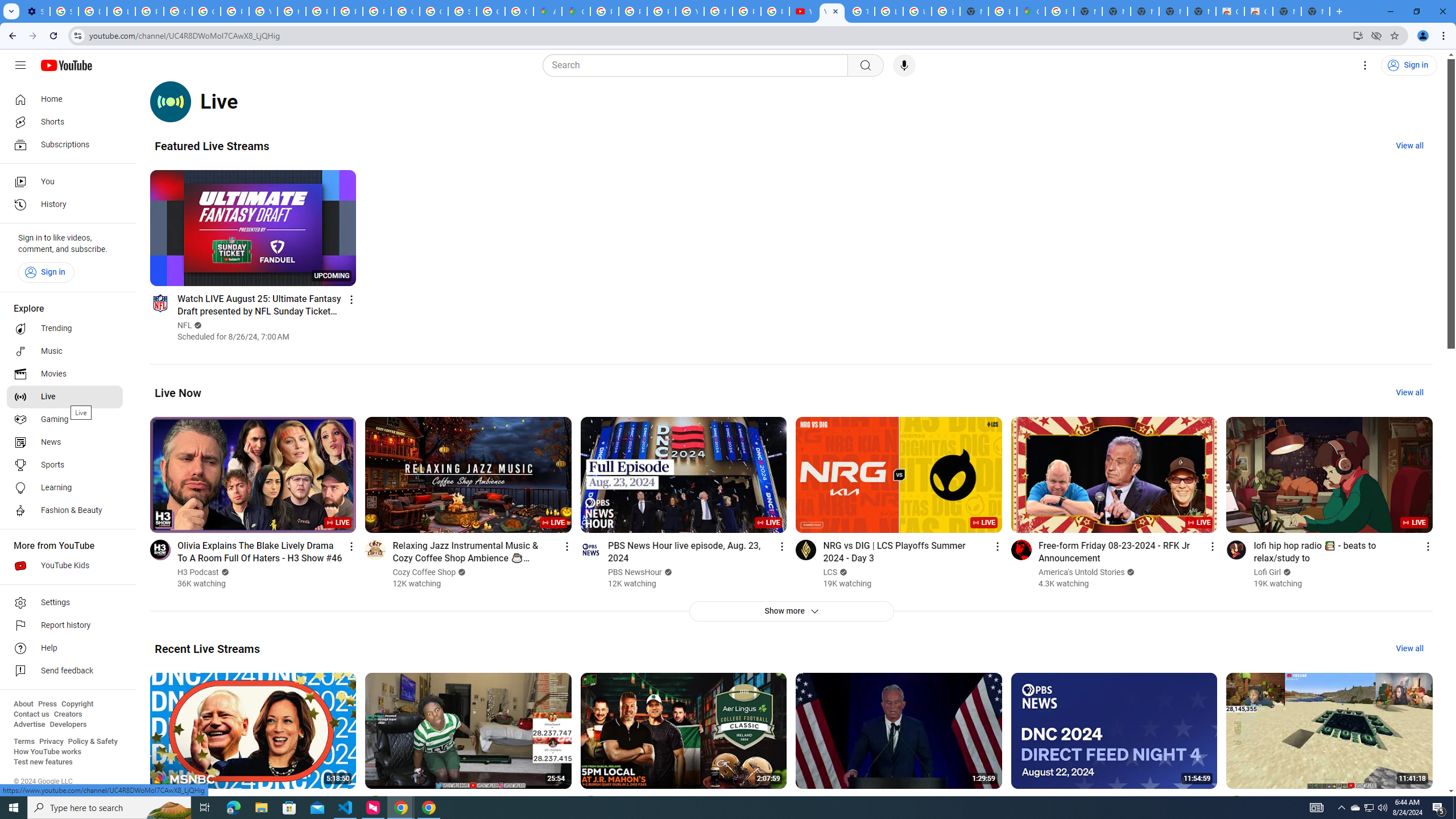 Image resolution: width=1456 pixels, height=819 pixels. Describe the element at coordinates (206, 648) in the screenshot. I see `'Recent Live Streams'` at that location.